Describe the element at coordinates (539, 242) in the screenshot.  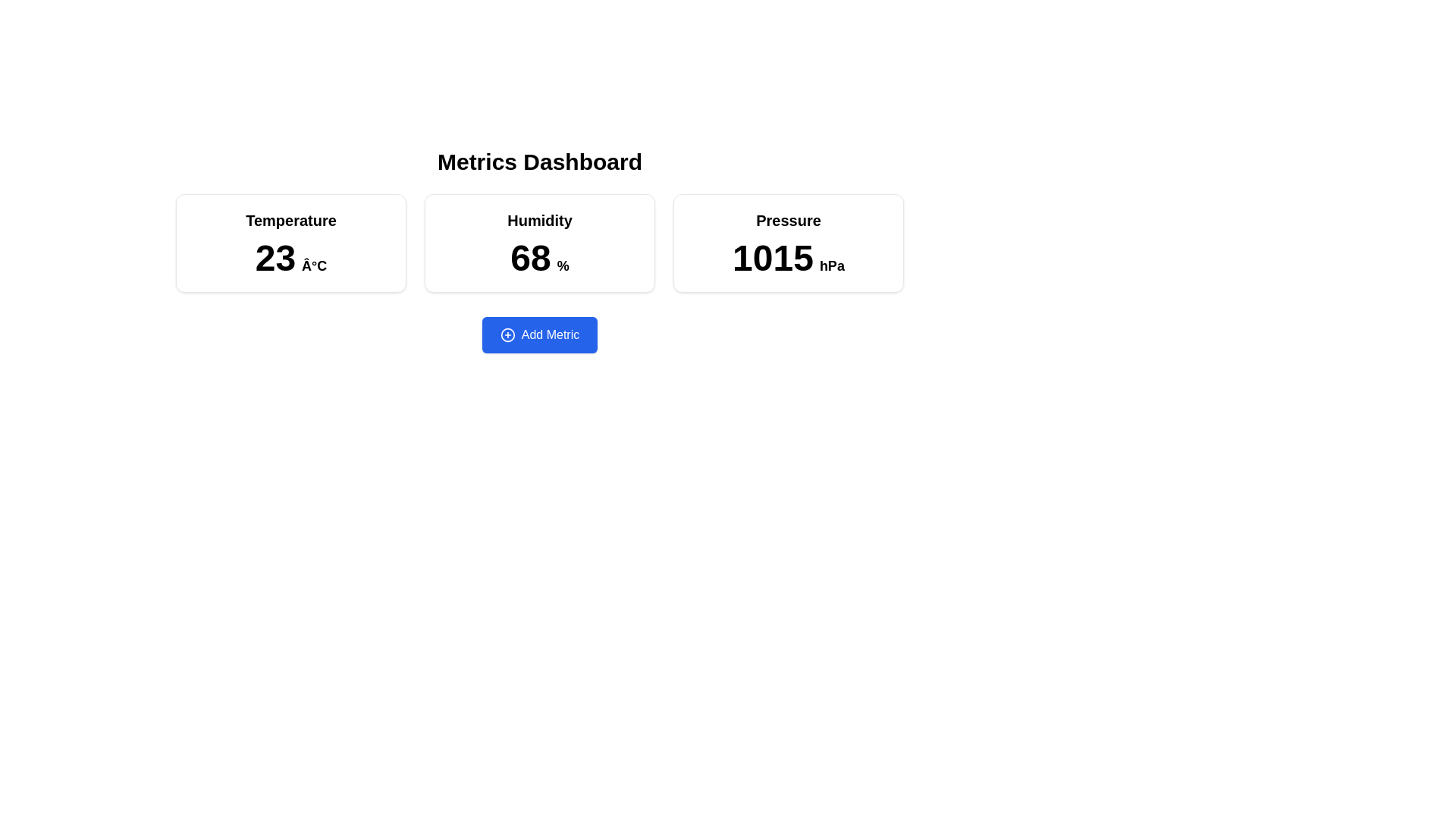
I see `the metric card displaying 'Humidity' with the value '68%' and unit '%' located in the Metrics Dashboard` at that location.